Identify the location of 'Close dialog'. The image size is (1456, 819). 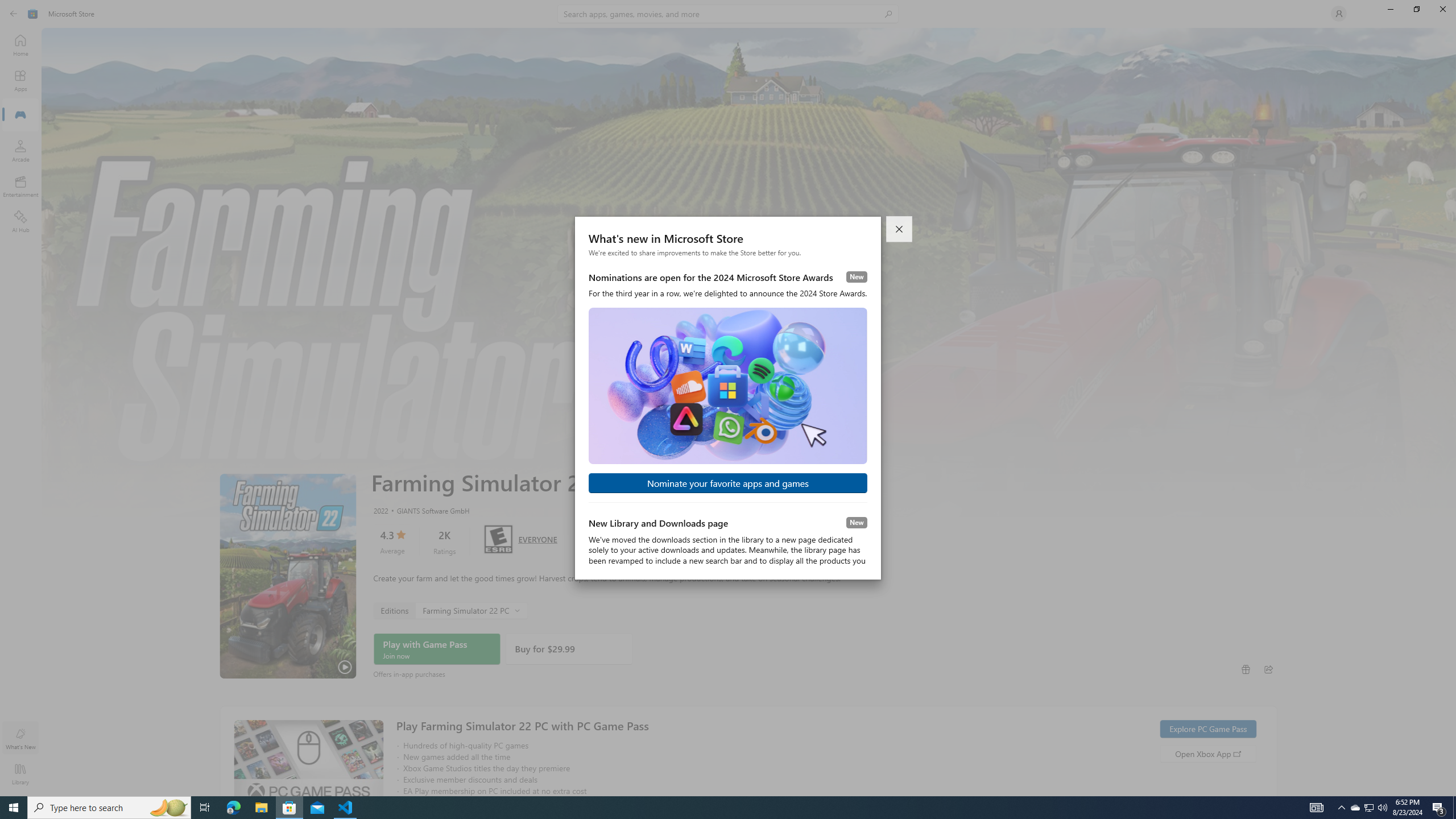
(899, 229).